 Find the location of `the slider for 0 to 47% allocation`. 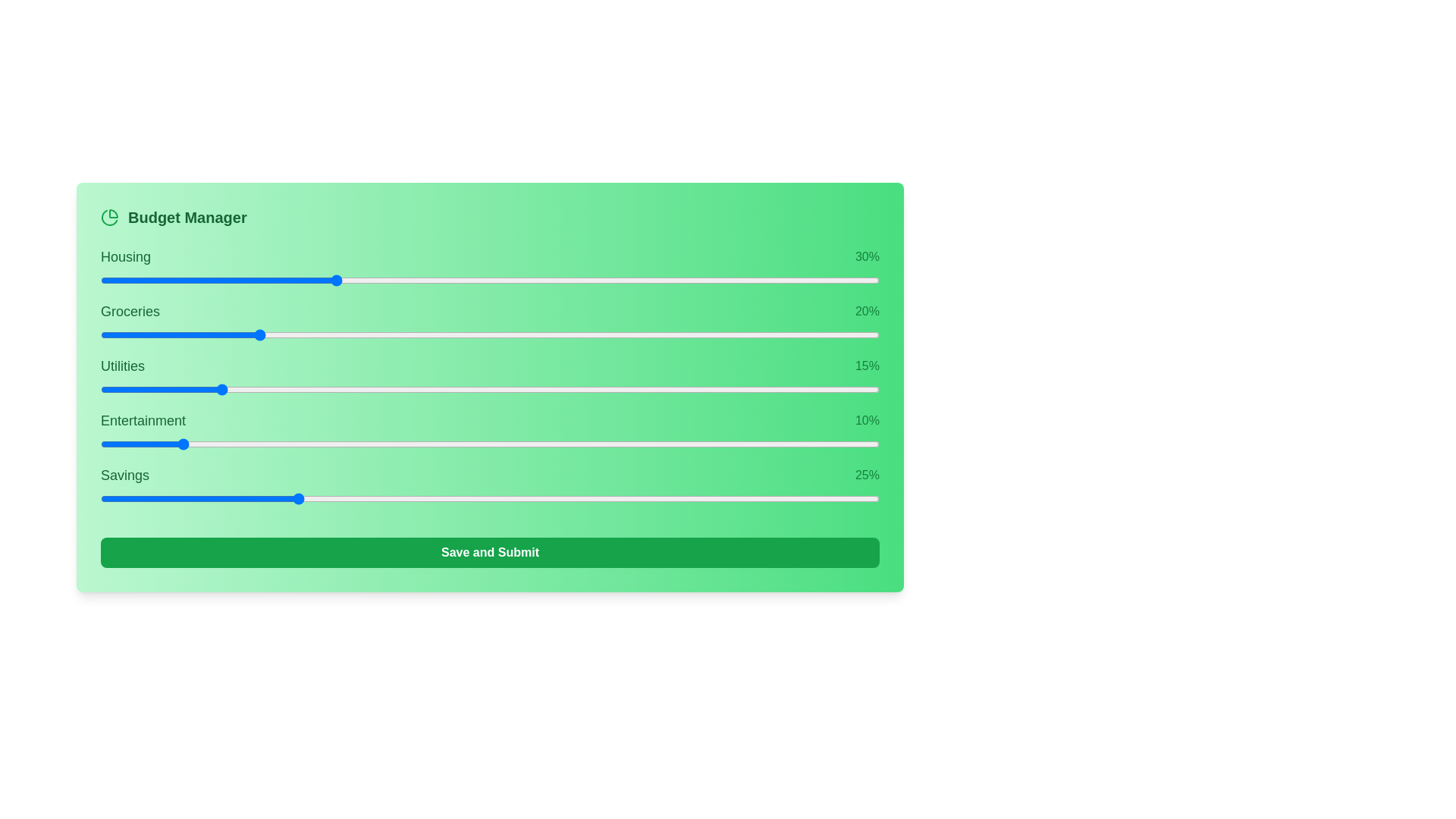

the slider for 0 to 47% allocation is located at coordinates (672, 281).